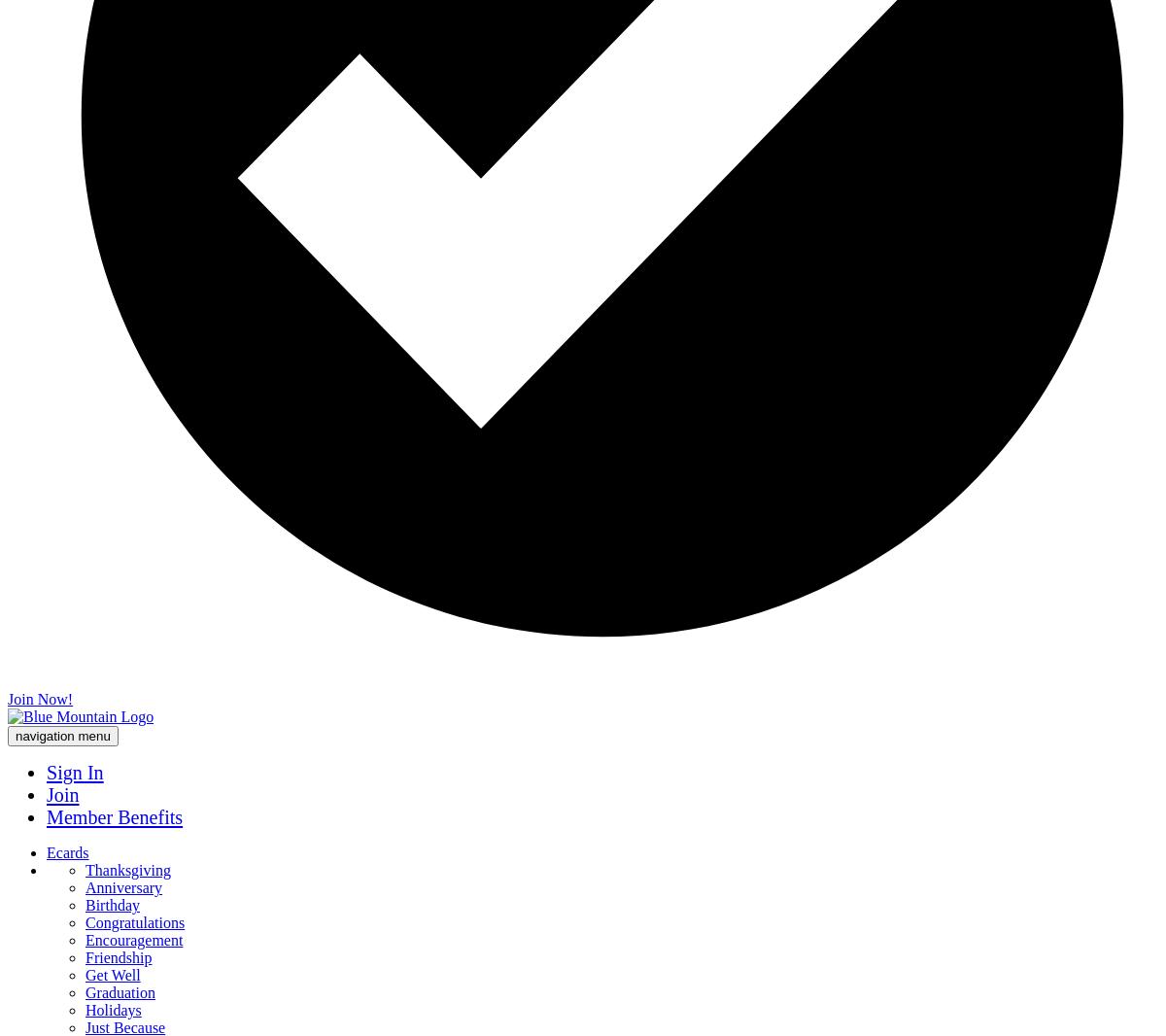 The image size is (1166, 1036). I want to click on 'Join Now!', so click(8, 698).